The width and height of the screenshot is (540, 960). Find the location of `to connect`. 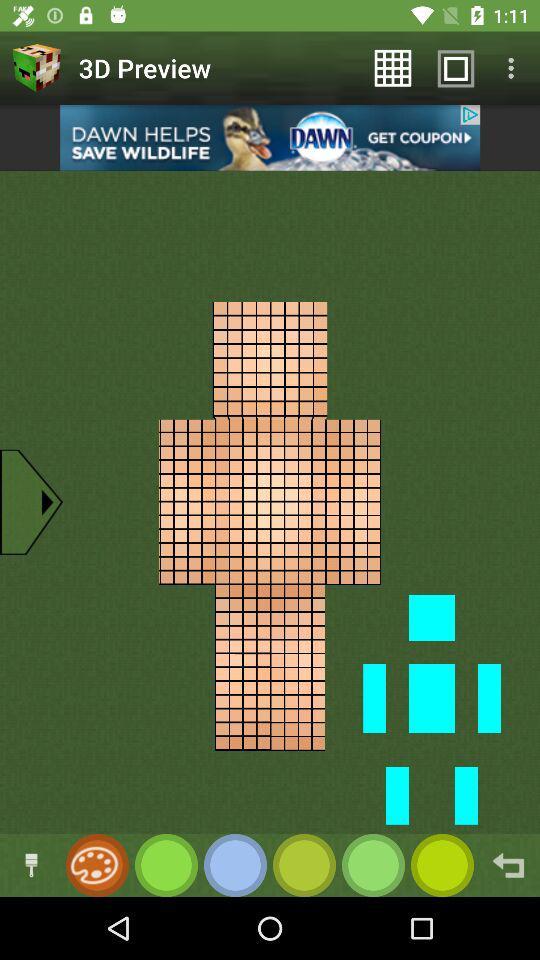

to connect is located at coordinates (30, 864).